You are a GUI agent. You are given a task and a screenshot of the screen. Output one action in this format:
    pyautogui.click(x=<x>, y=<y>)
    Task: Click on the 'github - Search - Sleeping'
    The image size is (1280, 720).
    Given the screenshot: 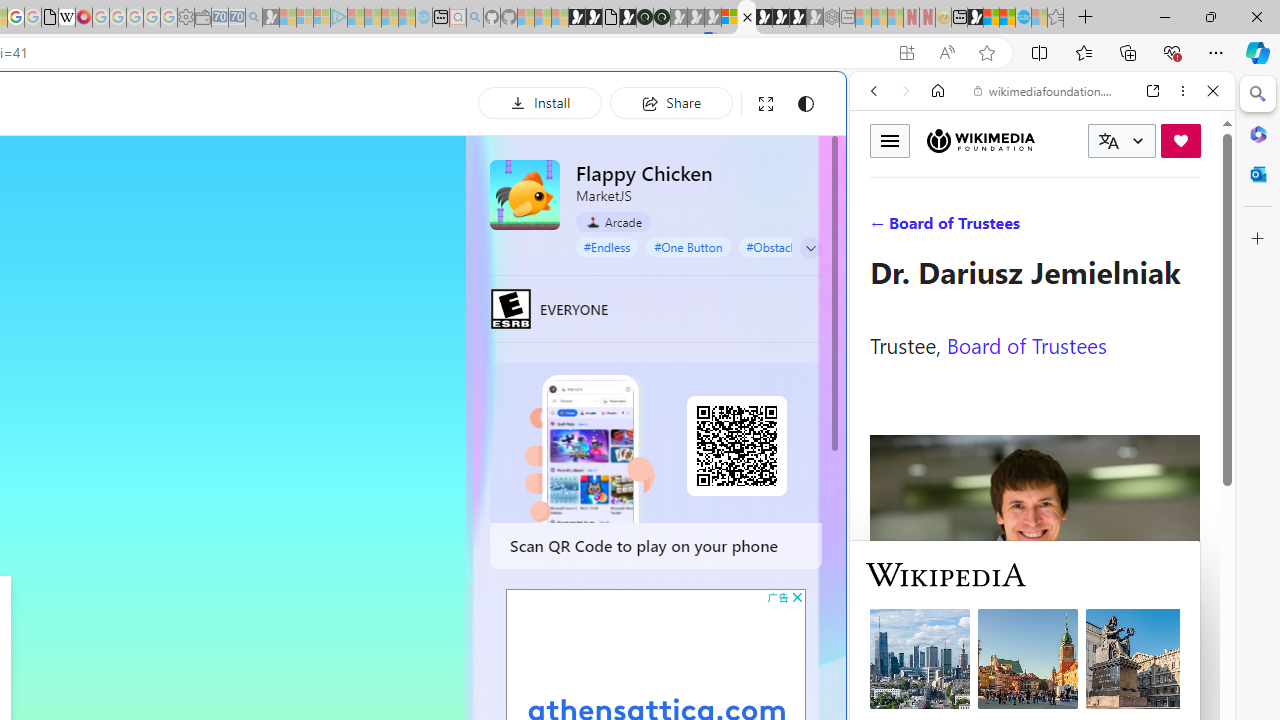 What is the action you would take?
    pyautogui.click(x=473, y=17)
    